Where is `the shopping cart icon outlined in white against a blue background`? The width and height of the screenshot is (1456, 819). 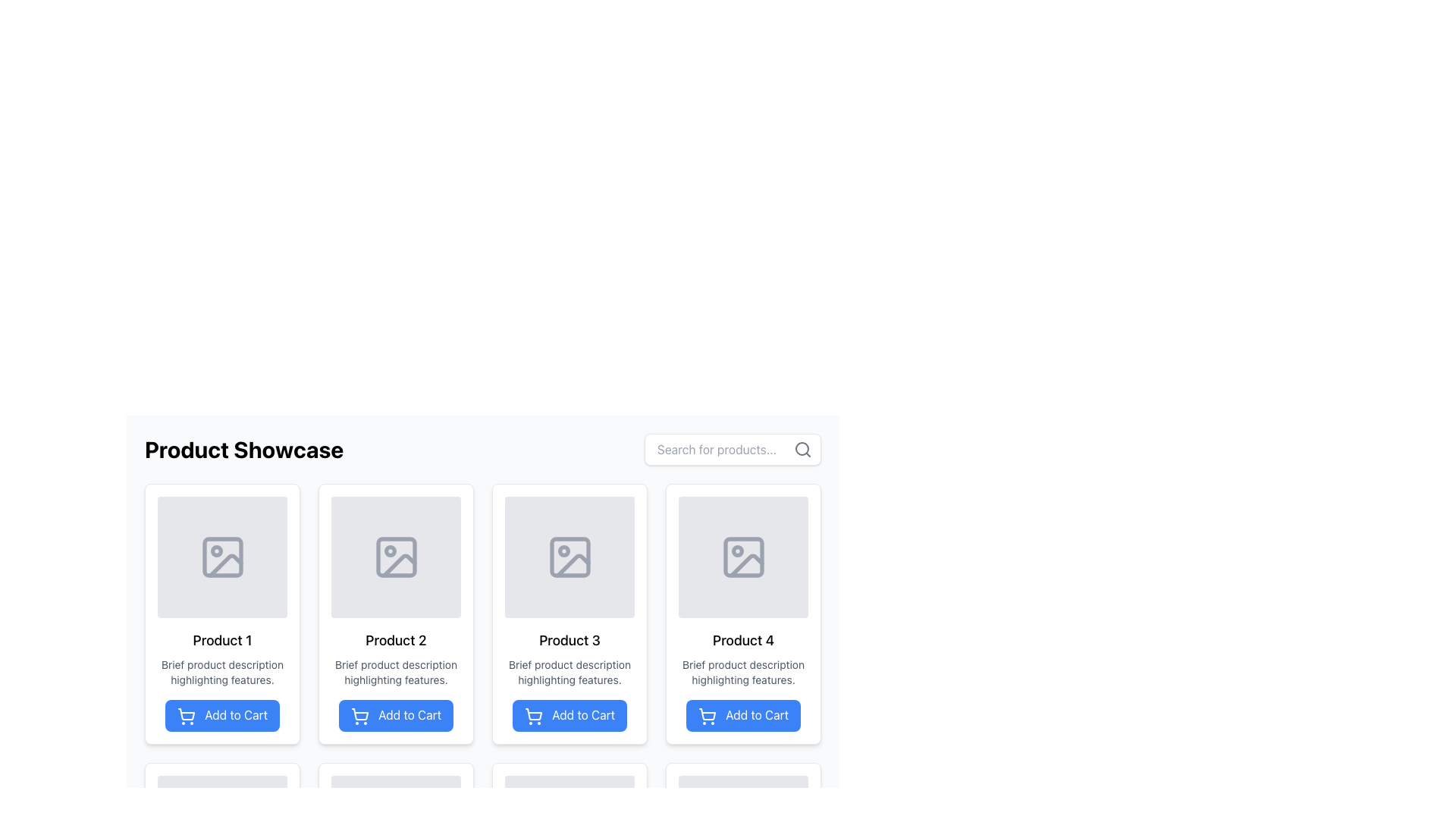
the shopping cart icon outlined in white against a blue background is located at coordinates (359, 716).